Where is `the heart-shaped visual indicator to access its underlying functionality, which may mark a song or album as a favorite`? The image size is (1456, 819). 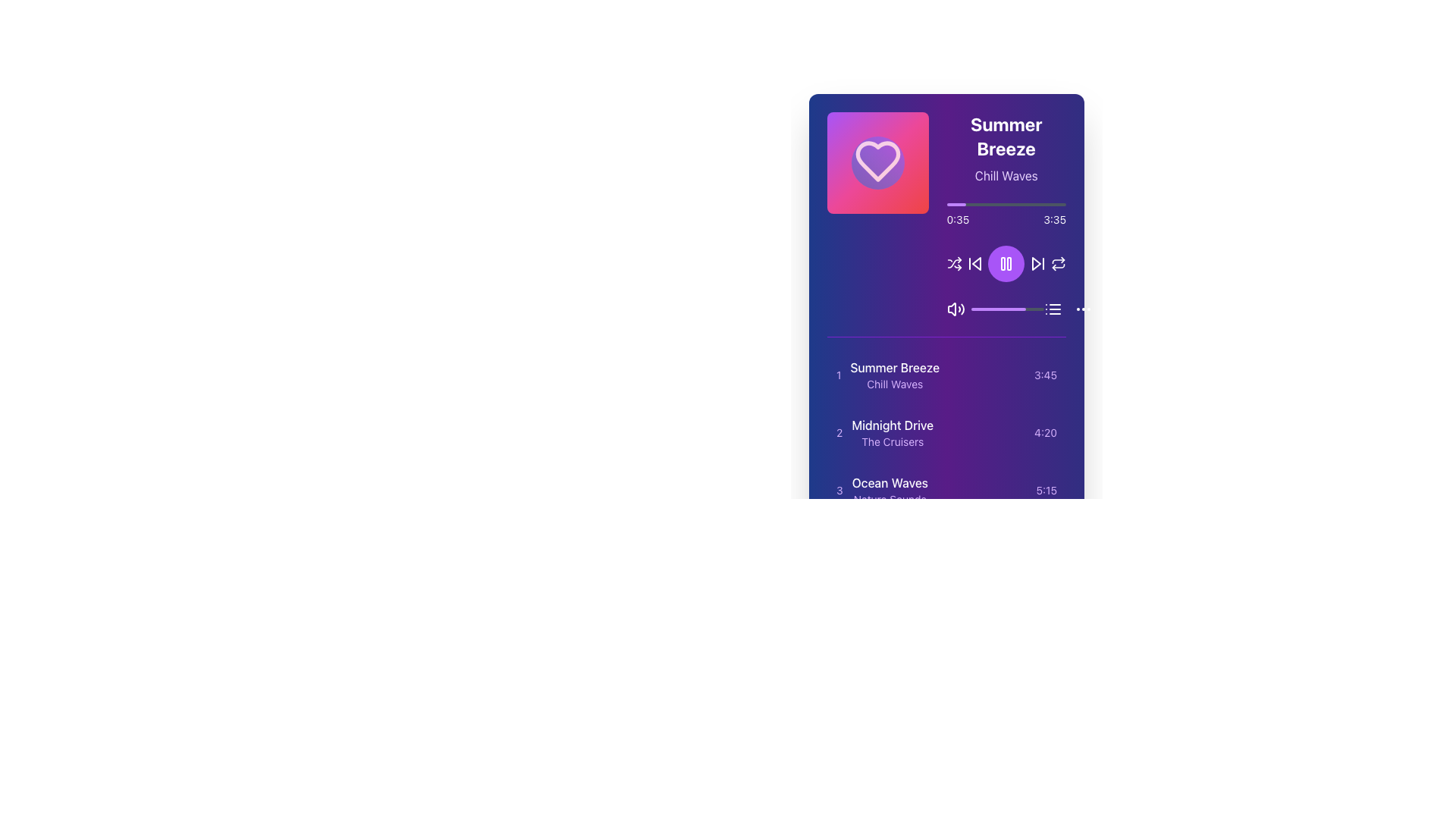 the heart-shaped visual indicator to access its underlying functionality, which may mark a song or album as a favorite is located at coordinates (877, 161).